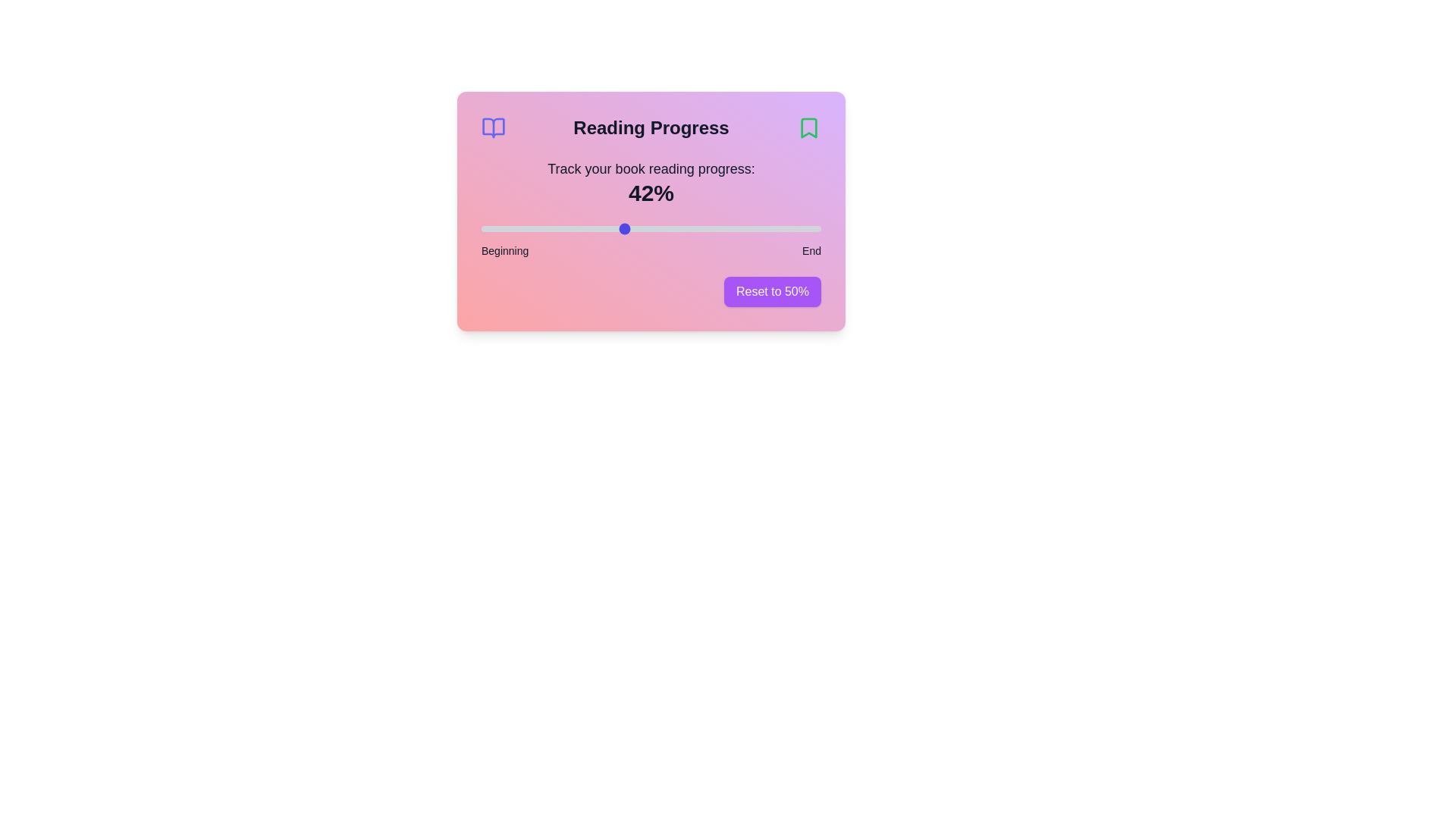 The height and width of the screenshot is (819, 1456). Describe the element at coordinates (739, 228) in the screenshot. I see `the reading progress slider to 76%` at that location.